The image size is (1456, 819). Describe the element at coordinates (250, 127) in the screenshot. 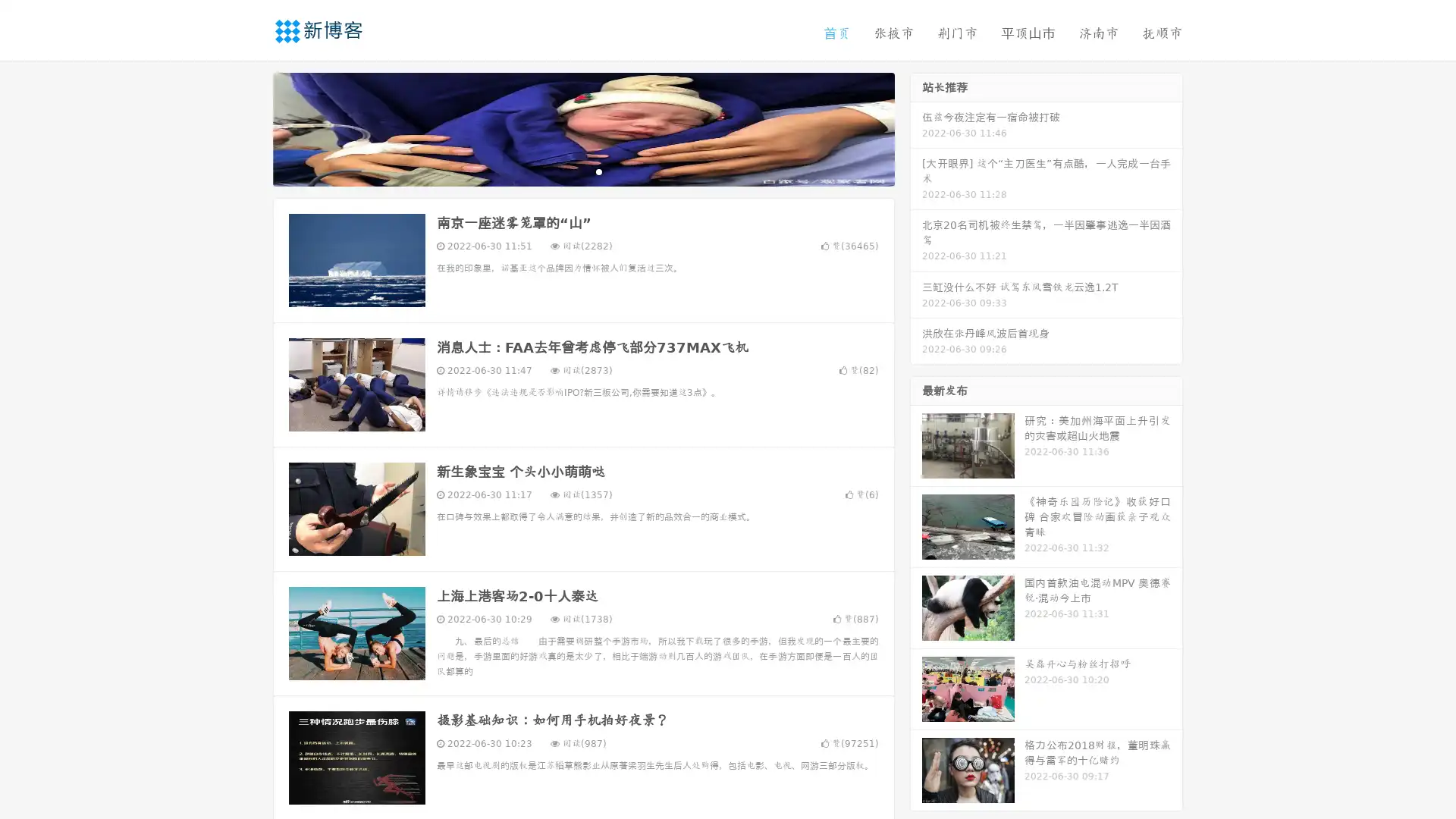

I see `Previous slide` at that location.